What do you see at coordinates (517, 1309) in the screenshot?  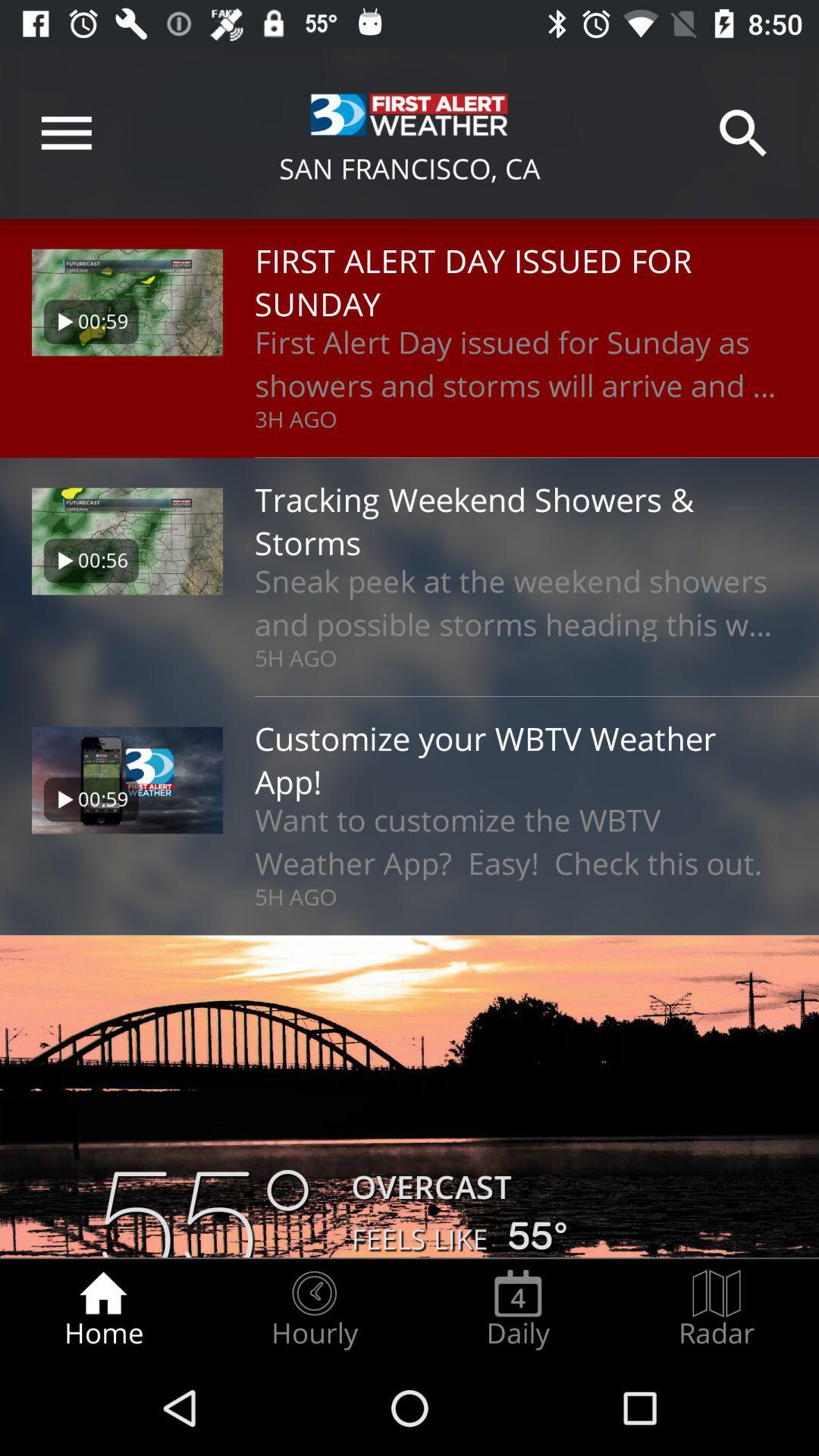 I see `icon to the left of the radar` at bounding box center [517, 1309].